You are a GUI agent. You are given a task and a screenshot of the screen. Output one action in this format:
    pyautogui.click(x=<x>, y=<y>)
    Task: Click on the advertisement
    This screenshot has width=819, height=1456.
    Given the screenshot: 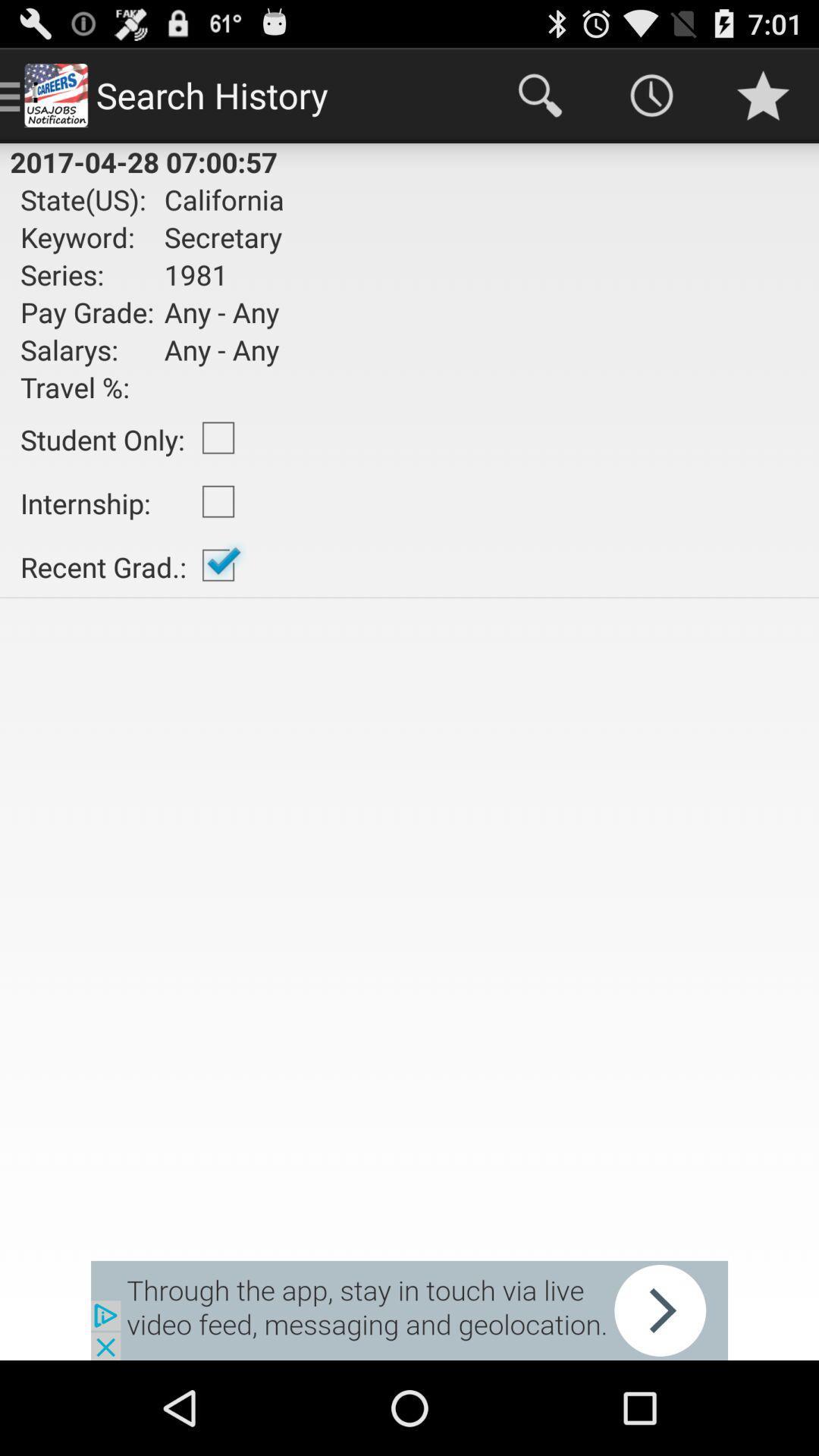 What is the action you would take?
    pyautogui.click(x=409, y=1310)
    